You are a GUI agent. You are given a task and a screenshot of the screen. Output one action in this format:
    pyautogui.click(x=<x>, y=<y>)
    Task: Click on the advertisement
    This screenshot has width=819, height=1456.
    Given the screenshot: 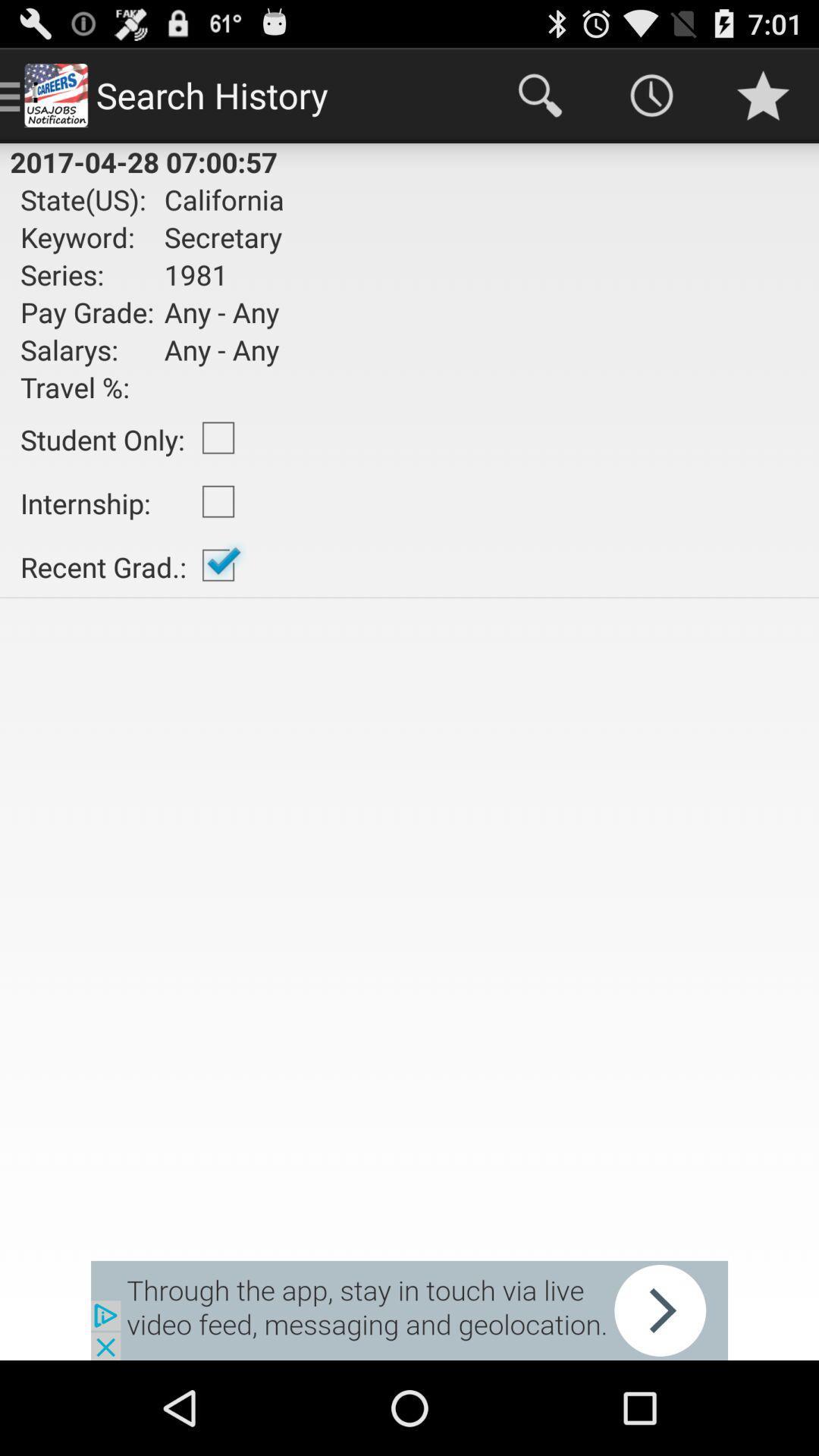 What is the action you would take?
    pyautogui.click(x=409, y=1310)
    